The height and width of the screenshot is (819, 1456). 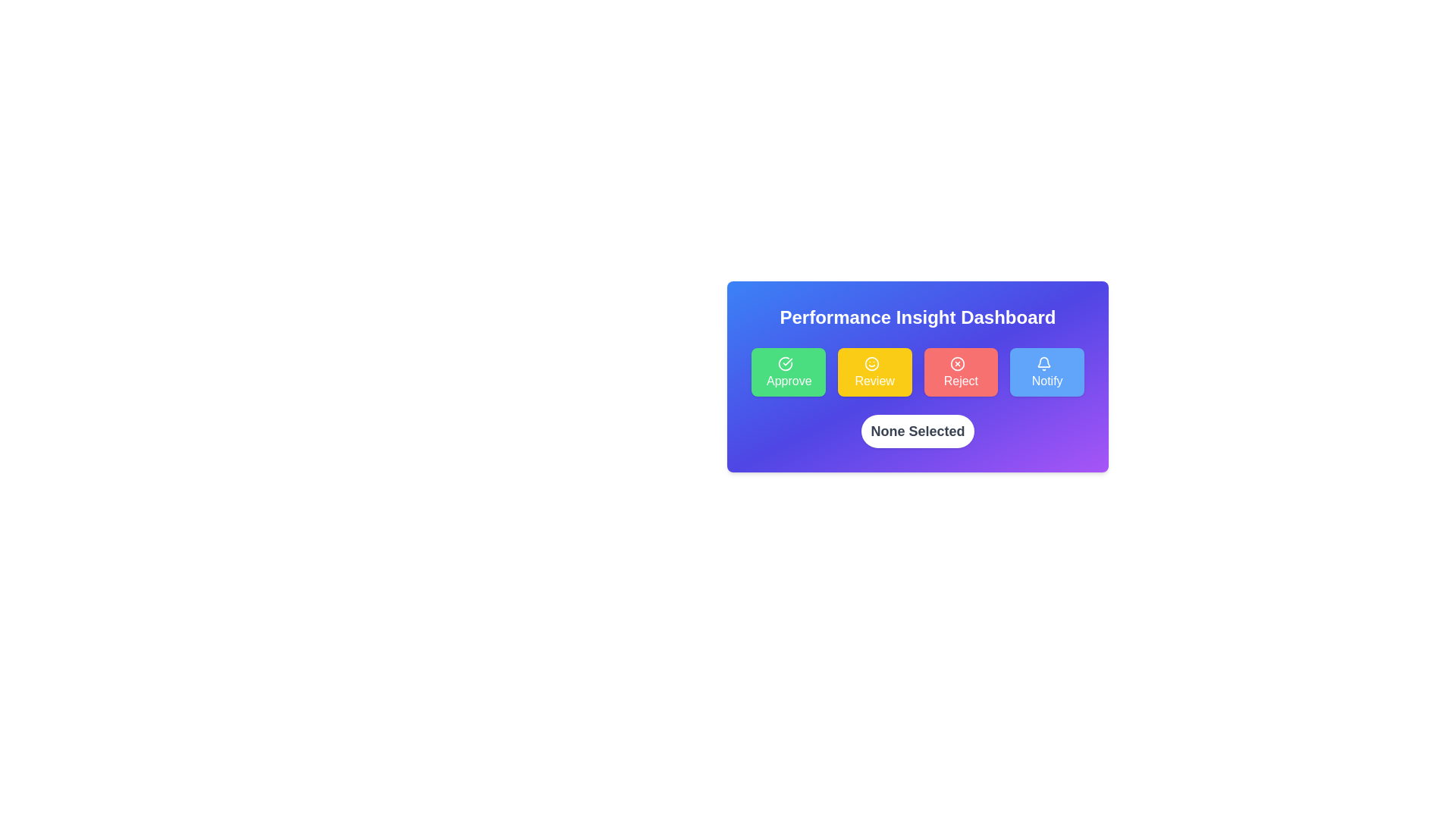 What do you see at coordinates (1046, 372) in the screenshot?
I see `the 'Notify' button, which is the rightmost button in a row of four buttons styled with a blue background and rounded corners` at bounding box center [1046, 372].